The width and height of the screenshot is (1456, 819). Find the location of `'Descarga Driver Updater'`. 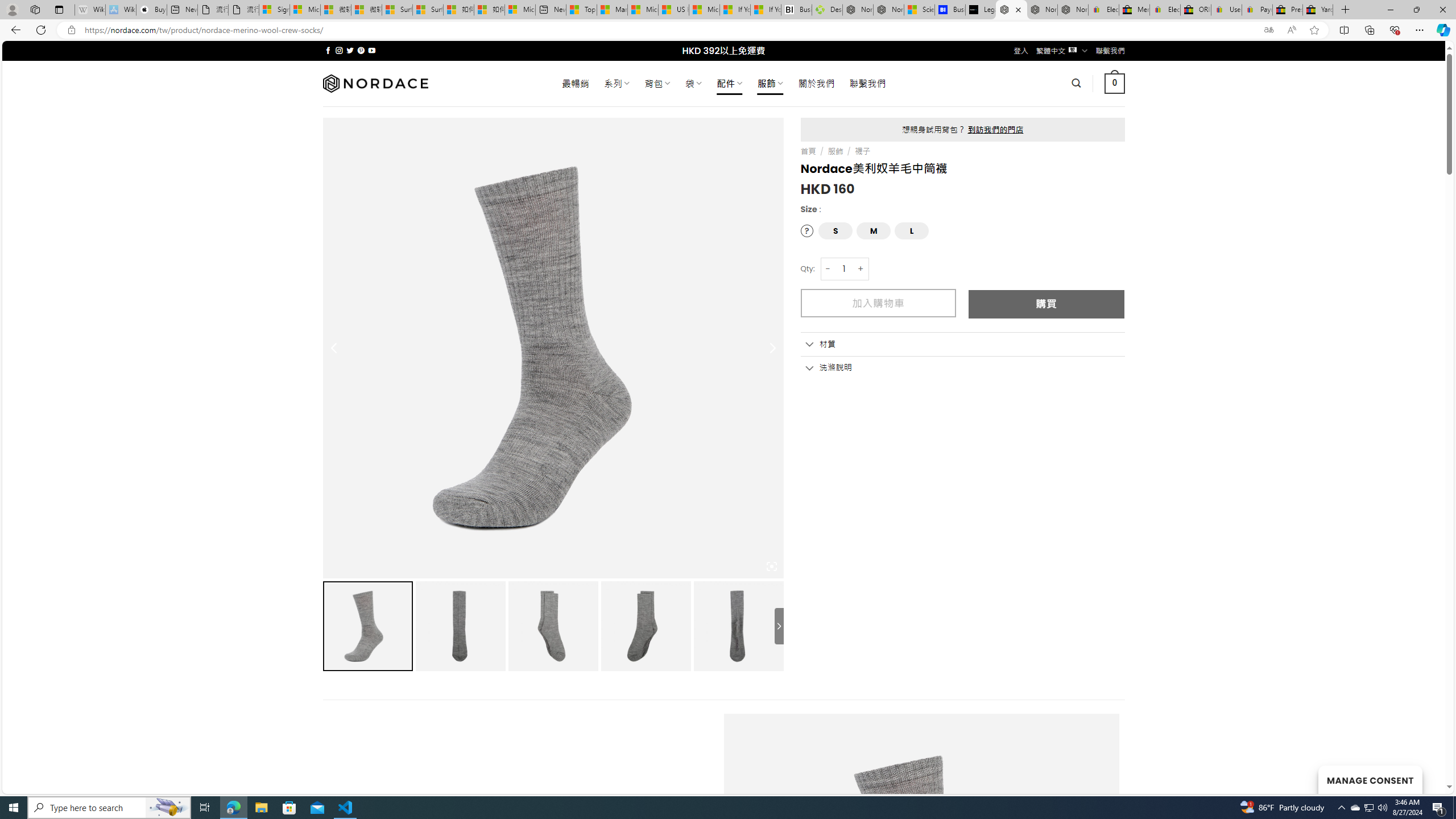

'Descarga Driver Updater' is located at coordinates (827, 9).